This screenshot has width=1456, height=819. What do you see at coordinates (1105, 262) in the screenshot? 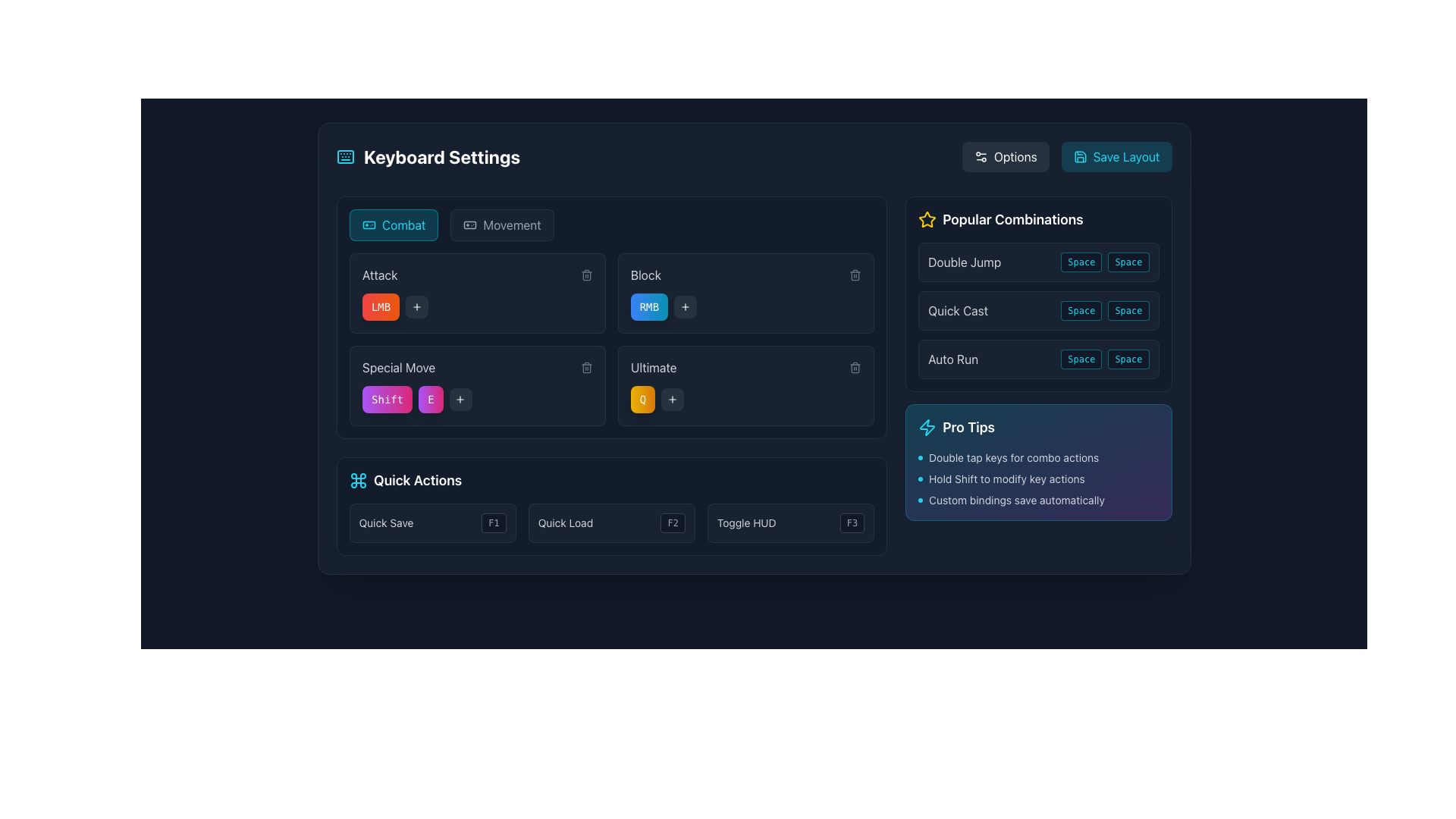
I see `the interactive button-like component for the Double Jump action, located in the 'Double Jump' row of the 'Popular Combinations' section, which is the second block next to the 'Double Jump' label` at bounding box center [1105, 262].